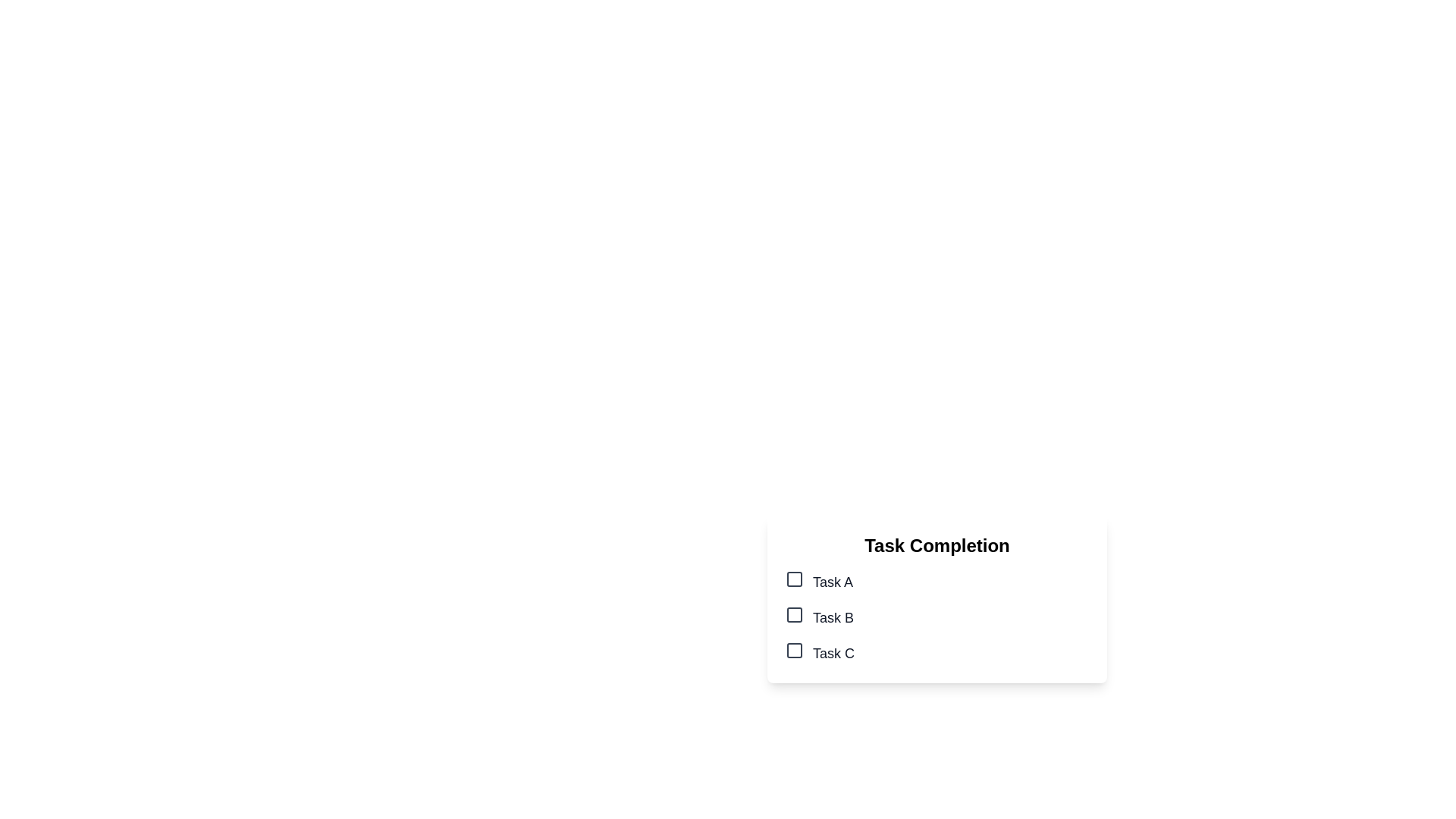 This screenshot has width=1456, height=819. I want to click on the Checkbox indicator for 'Task A', so click(793, 579).